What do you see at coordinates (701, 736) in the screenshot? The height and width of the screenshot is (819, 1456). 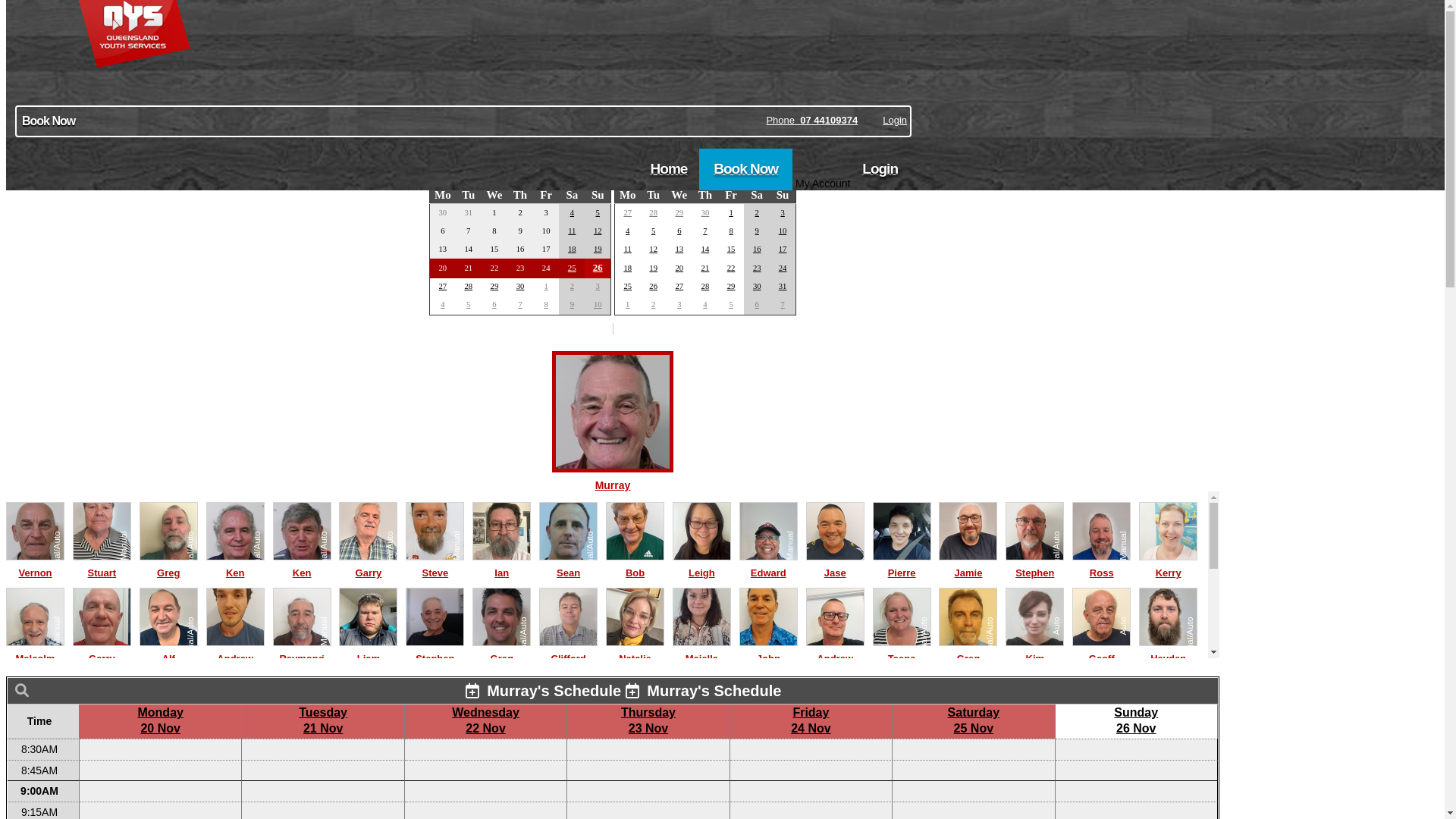 I see `'Joan` at bounding box center [701, 736].